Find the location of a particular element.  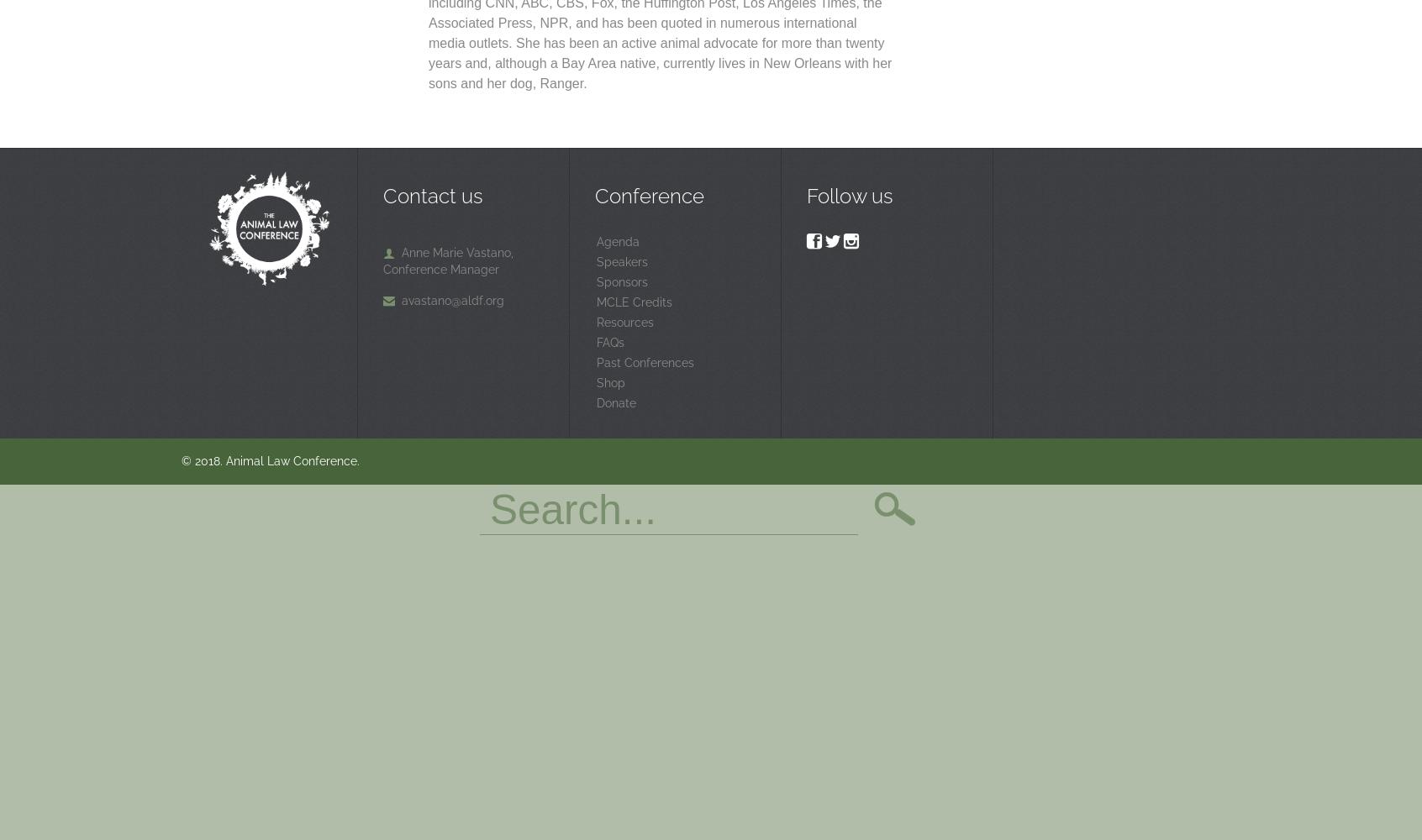

'avastano@aldf.org' is located at coordinates (453, 299).